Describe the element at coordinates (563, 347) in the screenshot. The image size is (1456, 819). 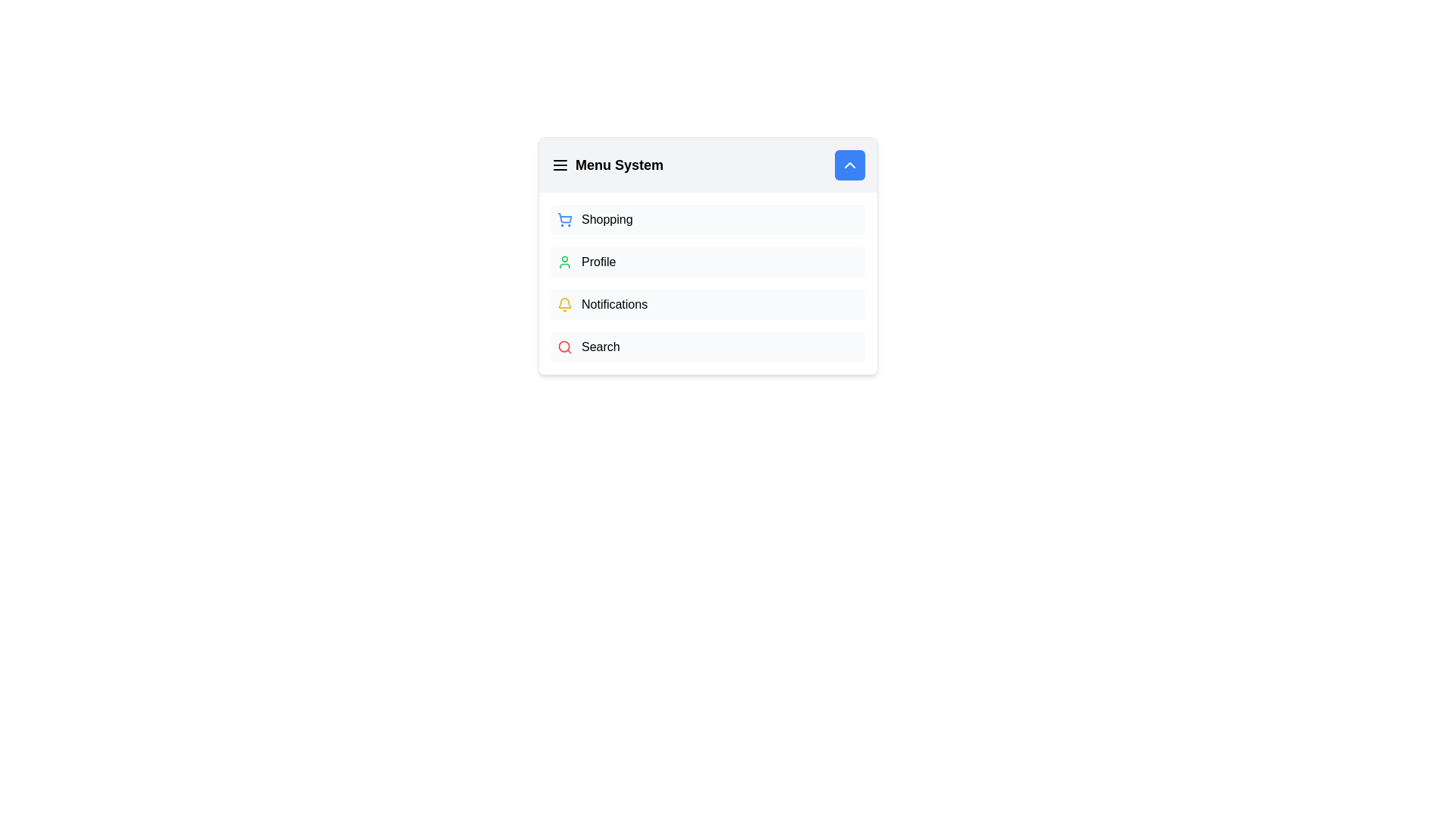
I see `the search icon represented by the red magnifying glass located at the start of the 'Search' row in the menu` at that location.